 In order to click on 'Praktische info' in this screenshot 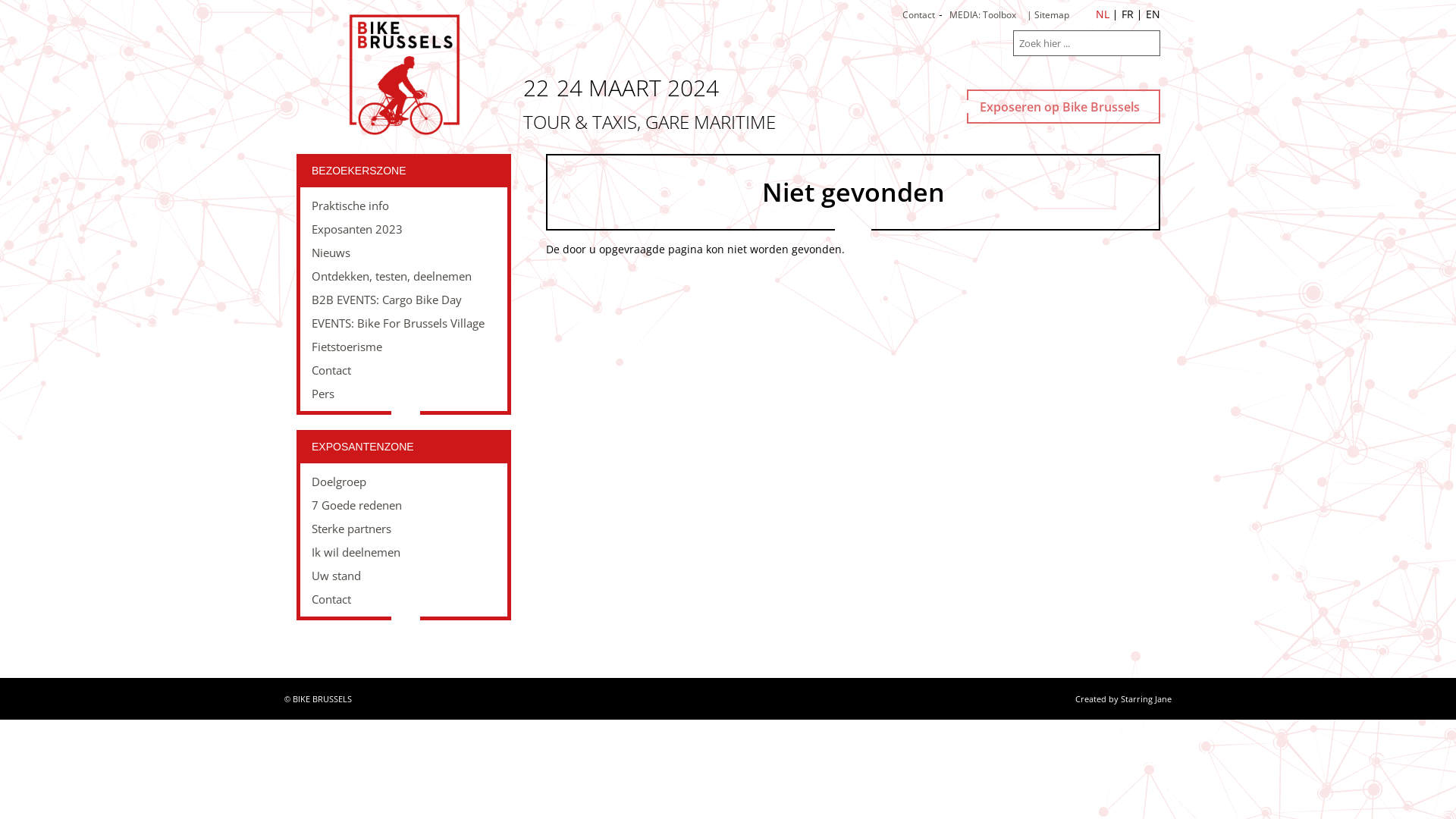, I will do `click(403, 206)`.